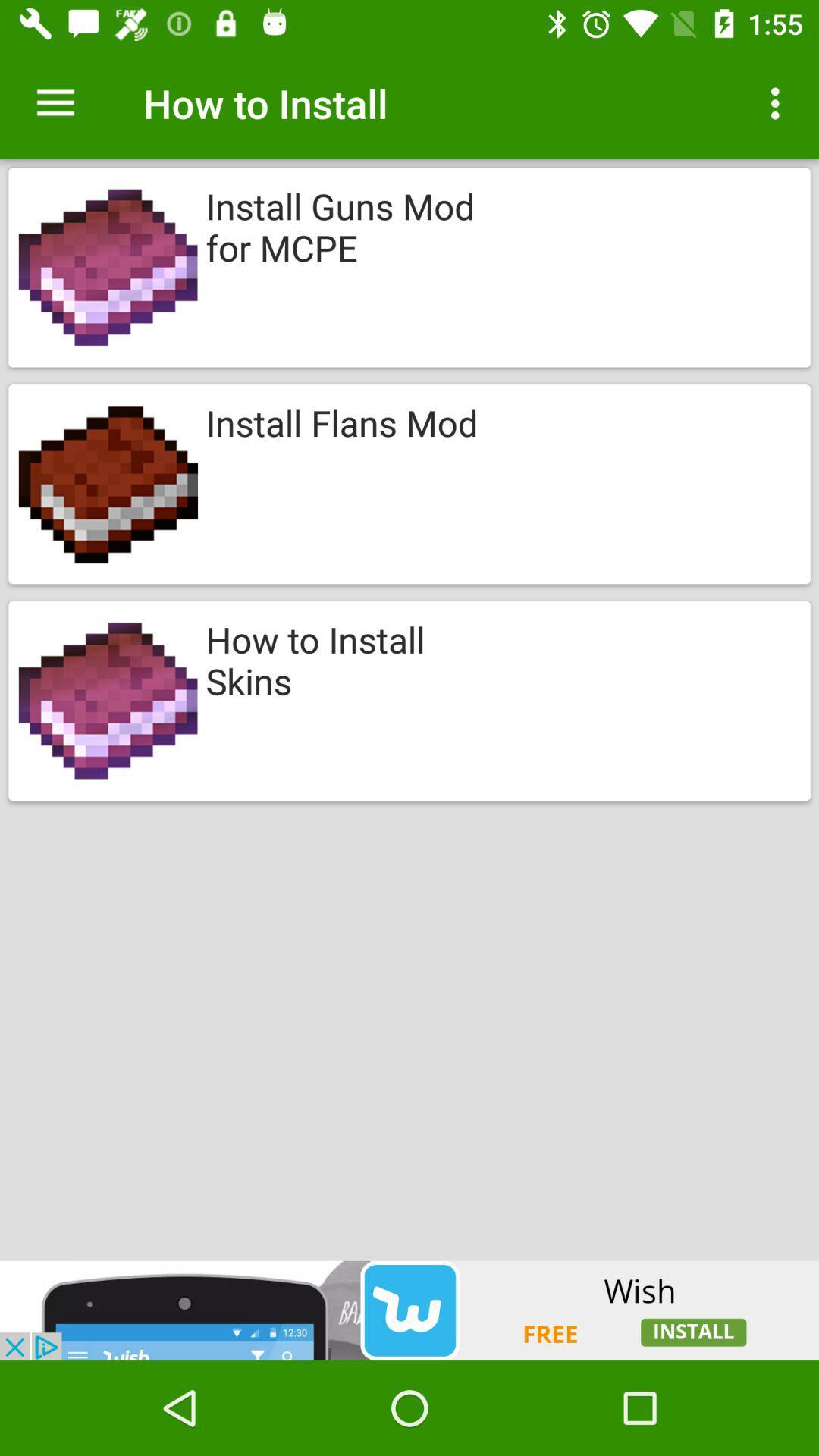 This screenshot has height=1456, width=819. Describe the element at coordinates (409, 483) in the screenshot. I see `the second category in how to install` at that location.